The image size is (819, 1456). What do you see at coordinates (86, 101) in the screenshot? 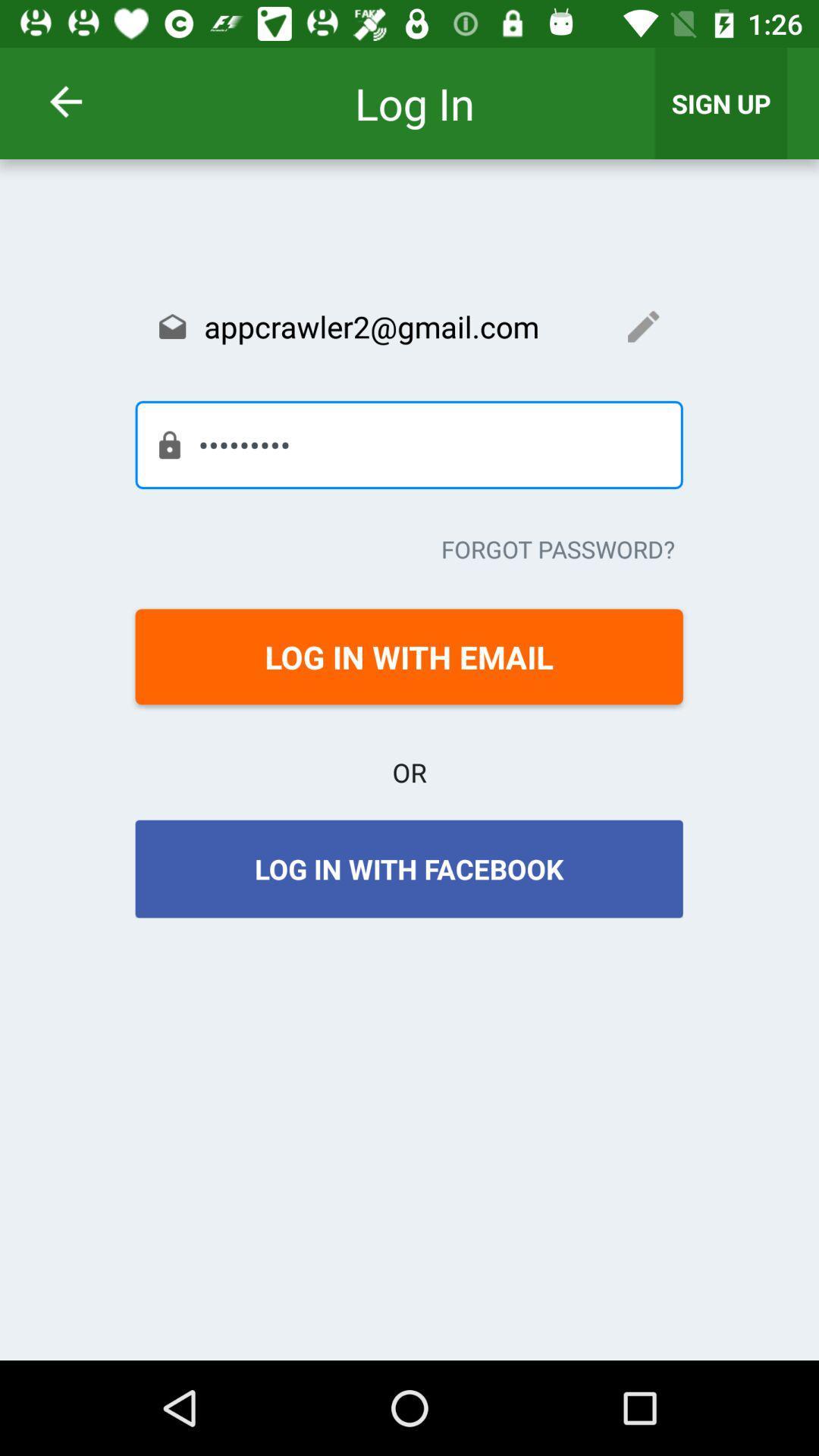
I see `the item at the top left corner` at bounding box center [86, 101].